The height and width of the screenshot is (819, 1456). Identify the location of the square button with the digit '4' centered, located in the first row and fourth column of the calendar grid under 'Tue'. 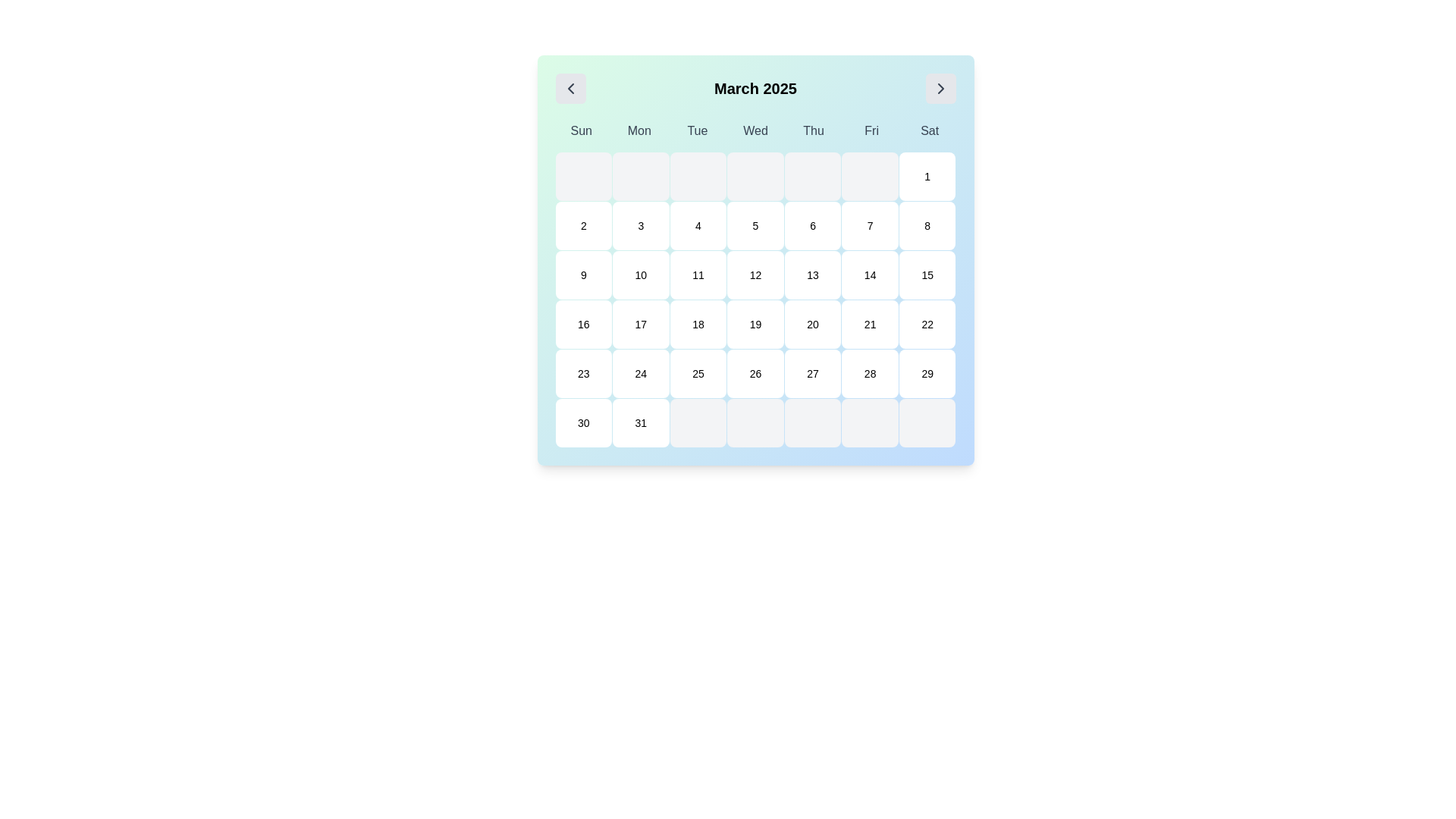
(697, 225).